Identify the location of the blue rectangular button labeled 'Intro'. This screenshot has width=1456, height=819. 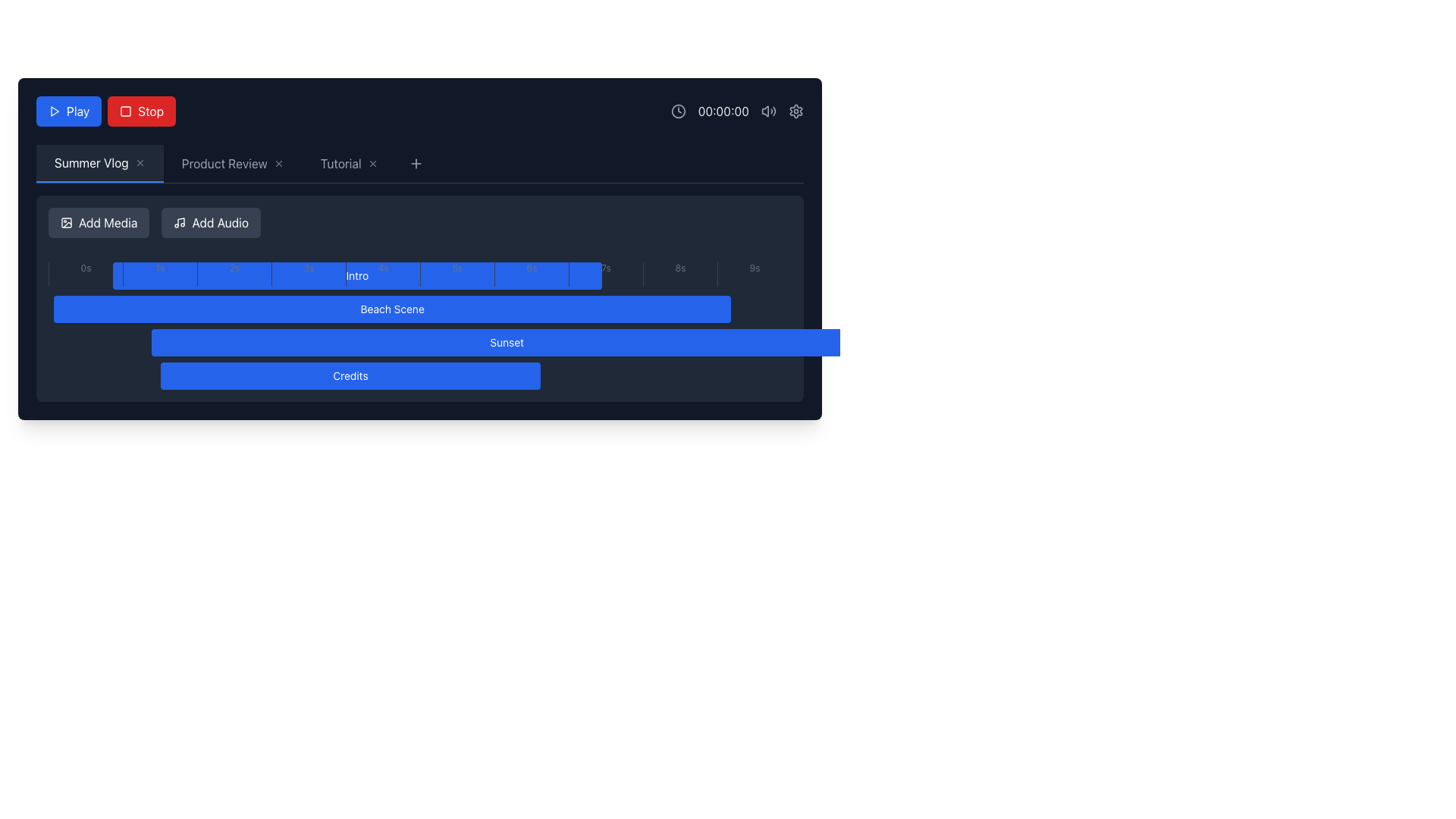
(356, 275).